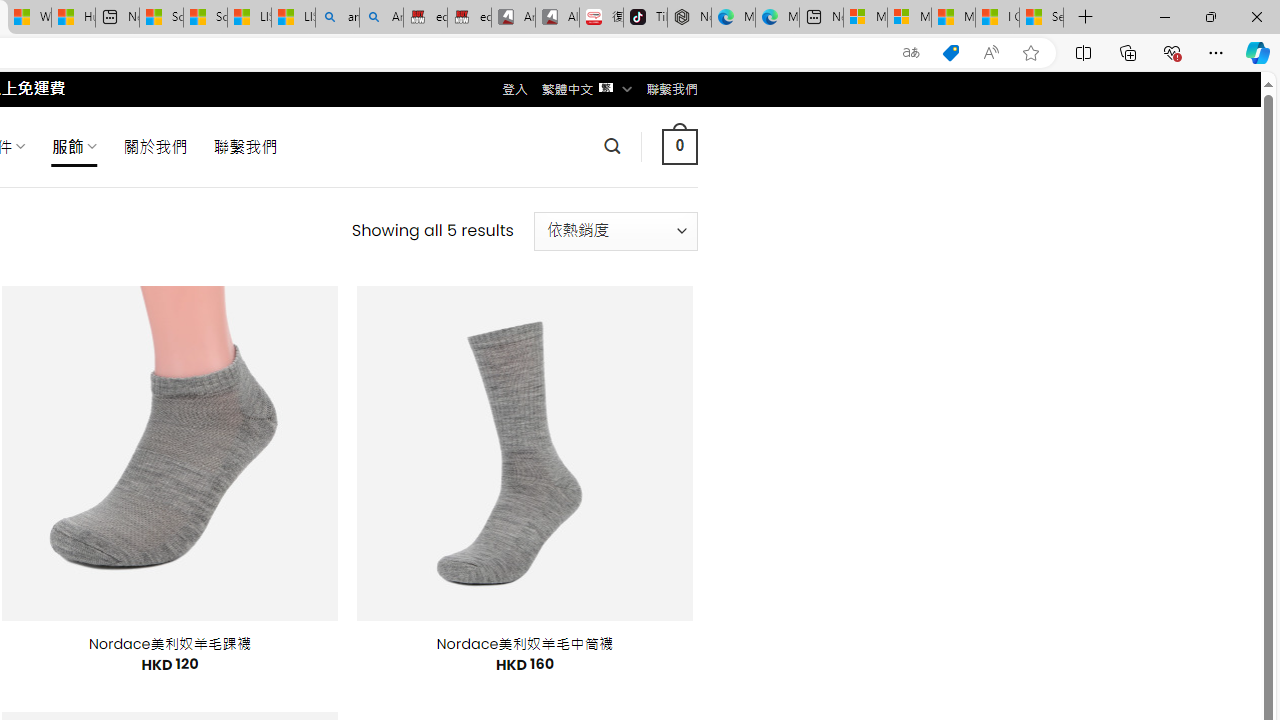 The height and width of the screenshot is (720, 1280). What do you see at coordinates (337, 17) in the screenshot?
I see `'amazon - Search'` at bounding box center [337, 17].